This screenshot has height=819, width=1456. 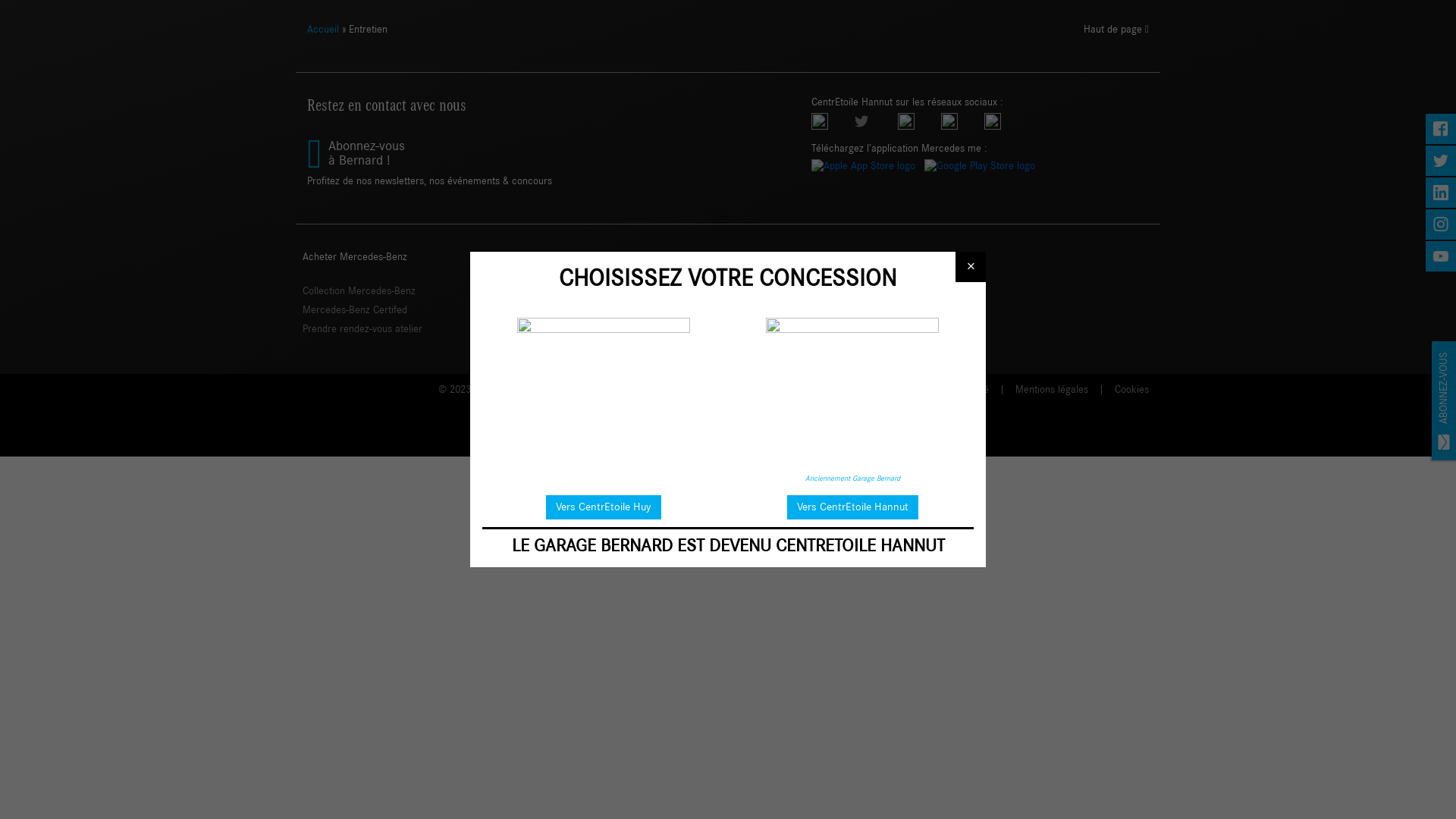 What do you see at coordinates (302, 309) in the screenshot?
I see `'Mercedes-Benz Certifed'` at bounding box center [302, 309].